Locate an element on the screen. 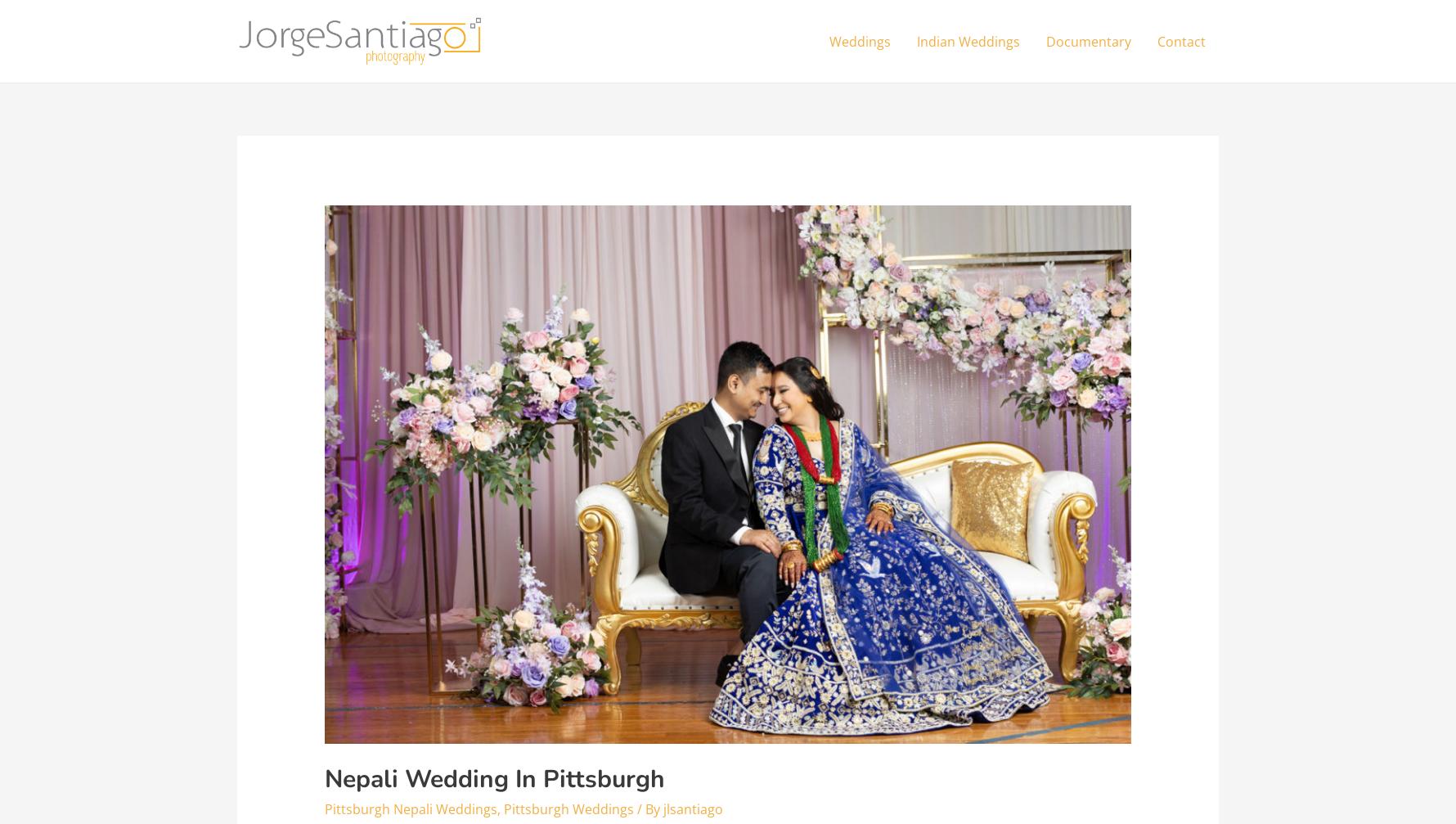 Image resolution: width=1456 pixels, height=824 pixels. 'Indian Weddings' is located at coordinates (968, 41).